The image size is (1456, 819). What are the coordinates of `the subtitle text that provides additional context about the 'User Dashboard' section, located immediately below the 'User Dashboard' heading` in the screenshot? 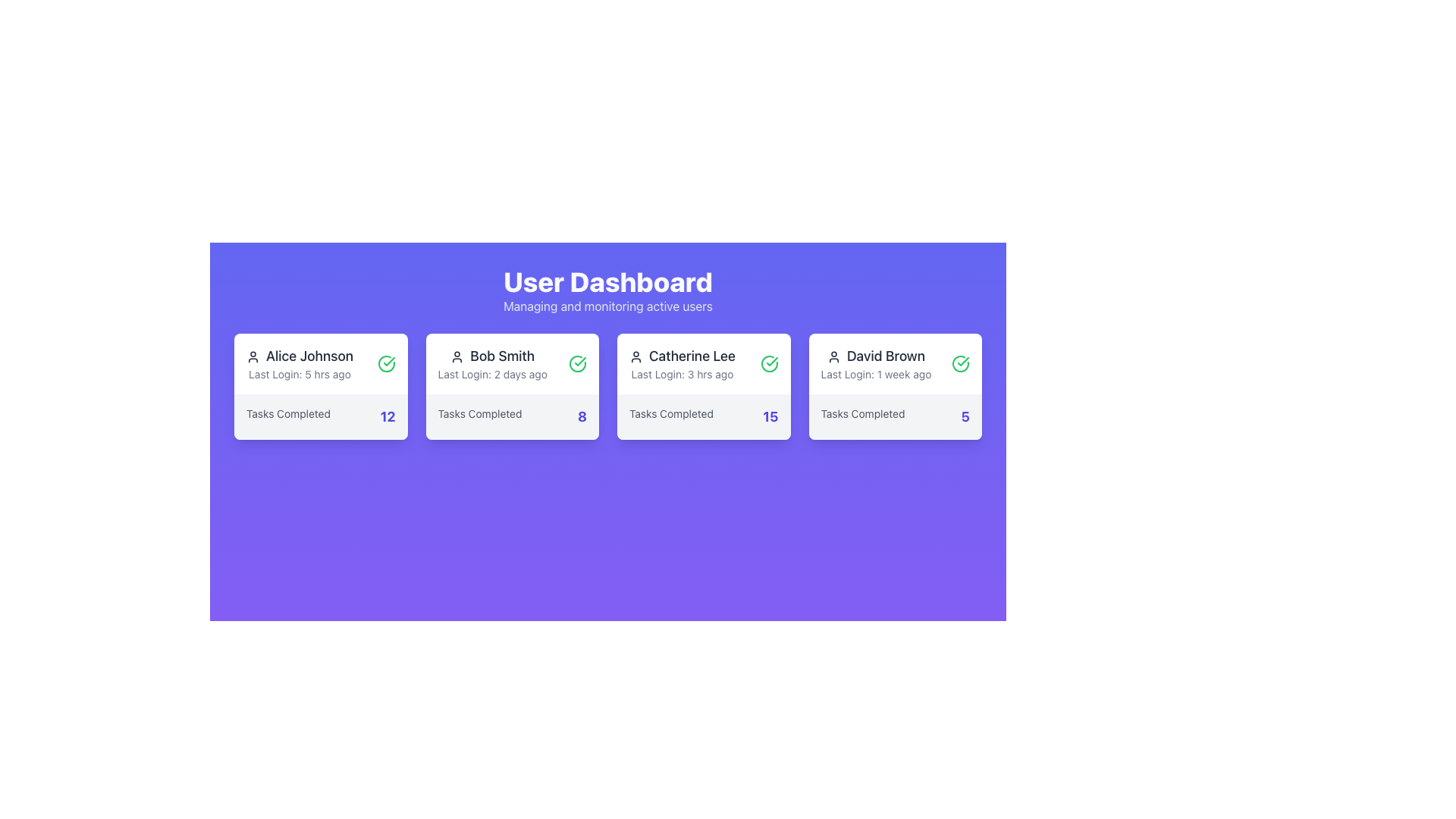 It's located at (607, 306).